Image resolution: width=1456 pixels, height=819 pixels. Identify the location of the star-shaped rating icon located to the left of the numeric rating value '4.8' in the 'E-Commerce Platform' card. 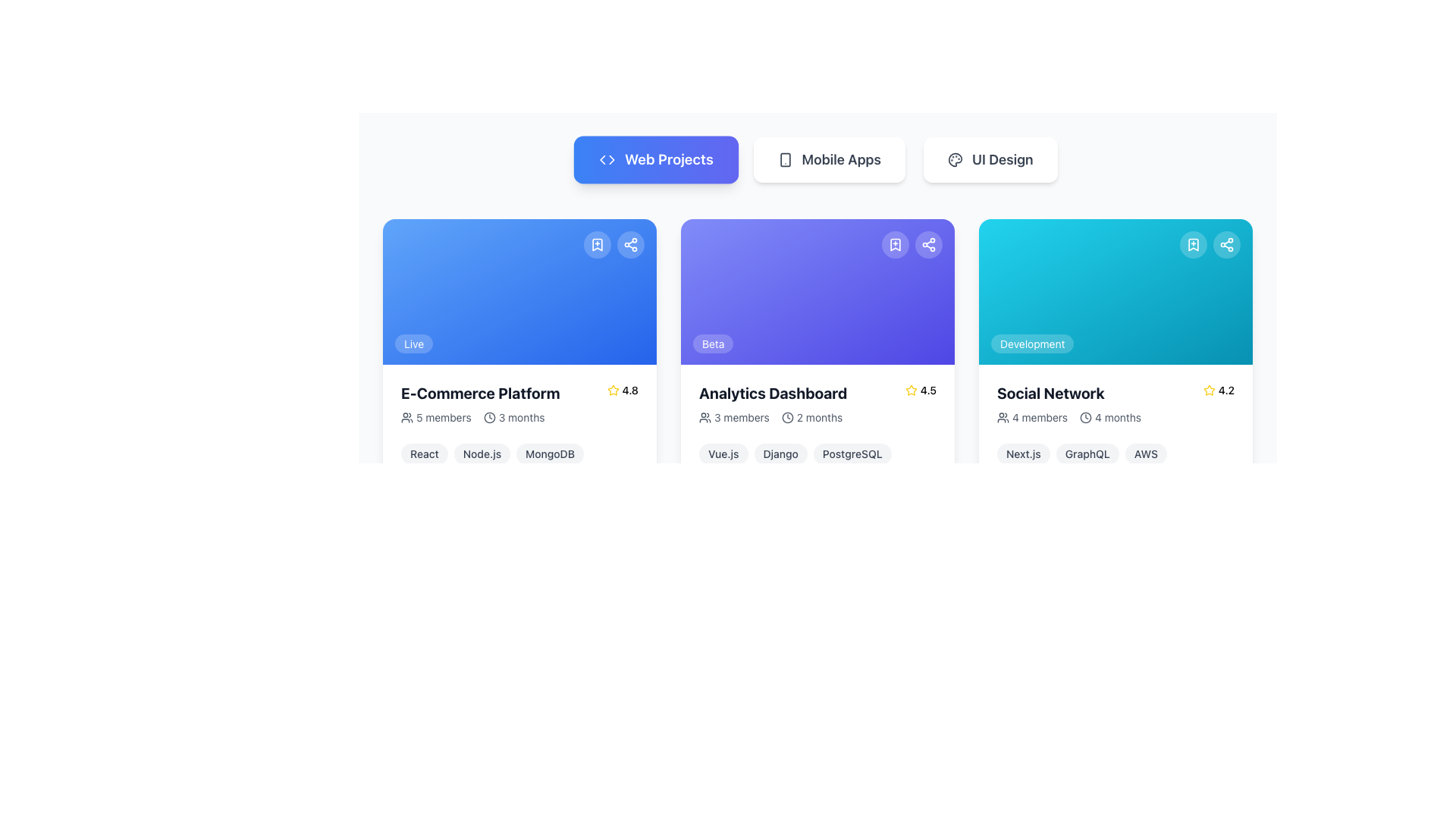
(613, 390).